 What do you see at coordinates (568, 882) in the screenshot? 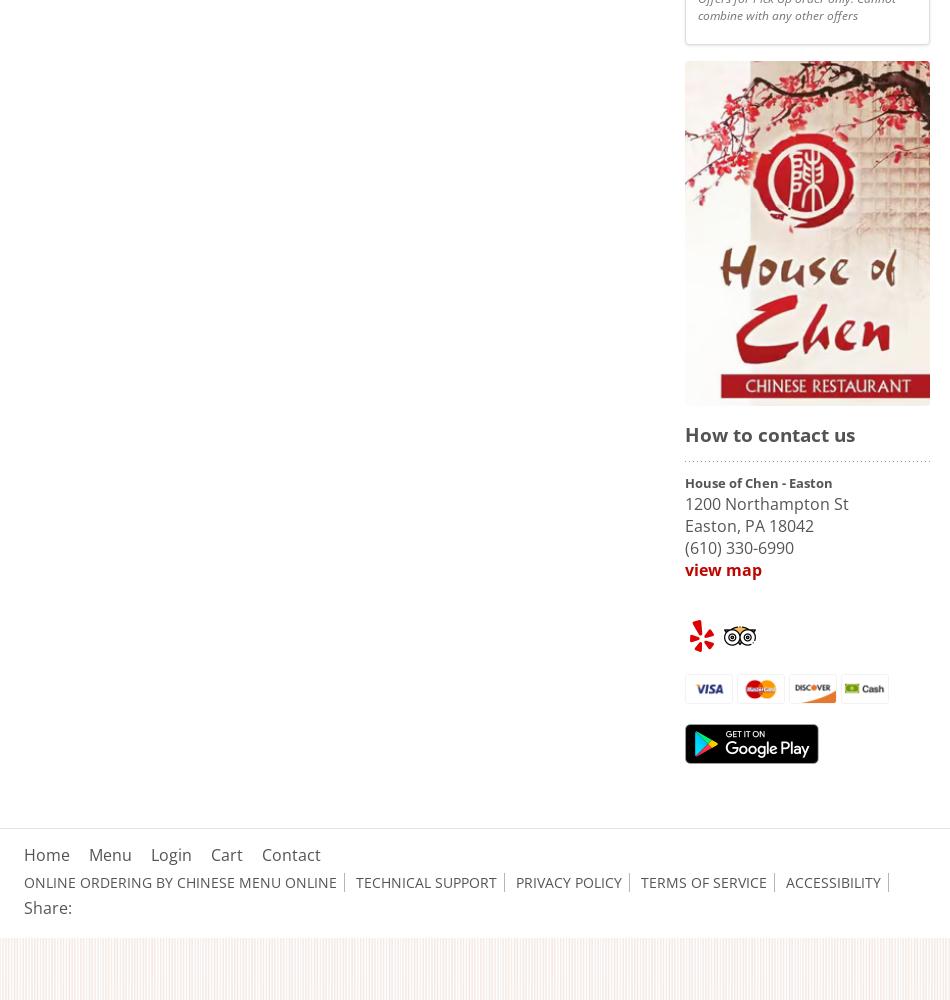
I see `'Privacy Policy'` at bounding box center [568, 882].